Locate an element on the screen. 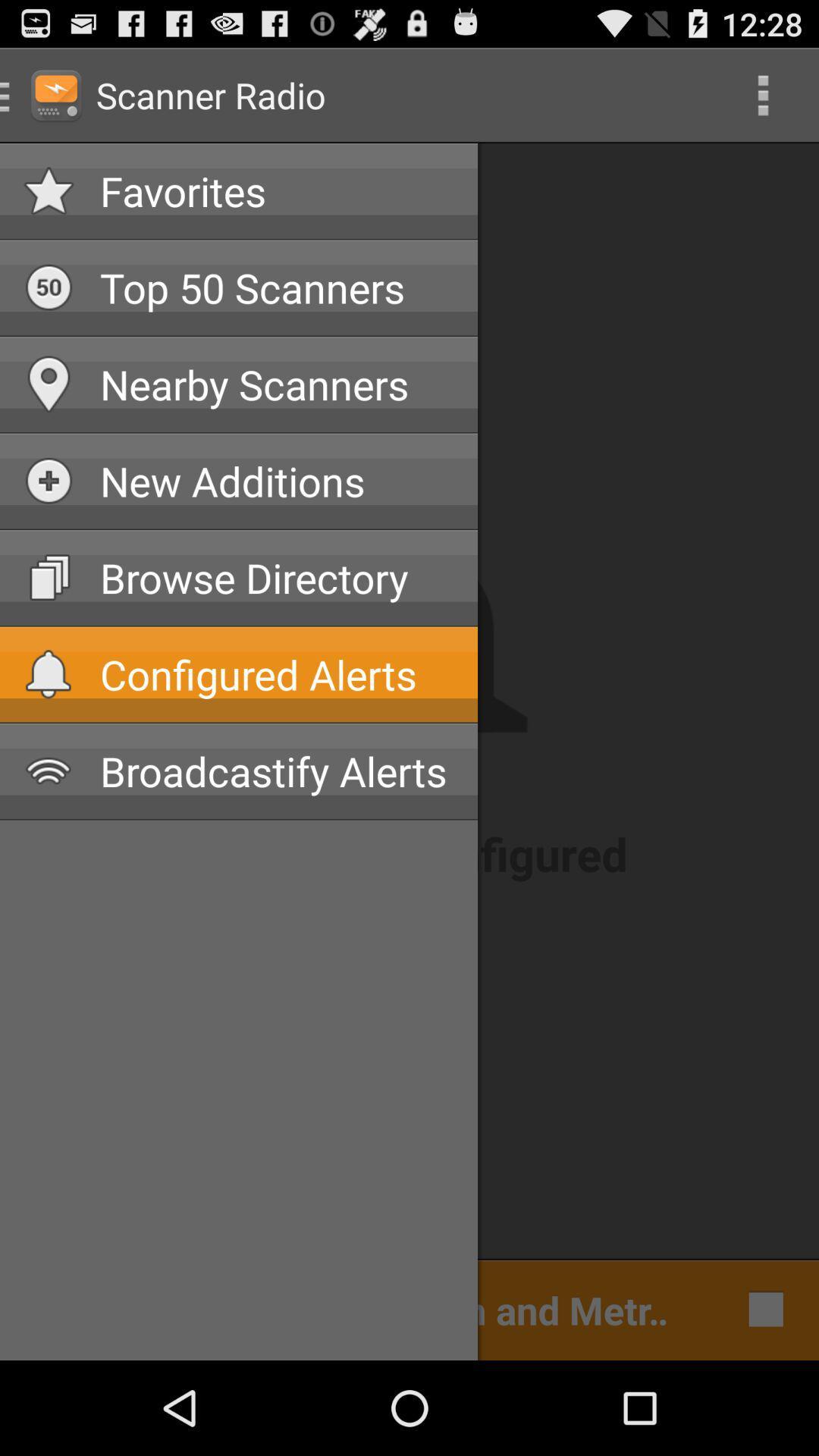  the white square box present next to metr is located at coordinates (762, 1309).